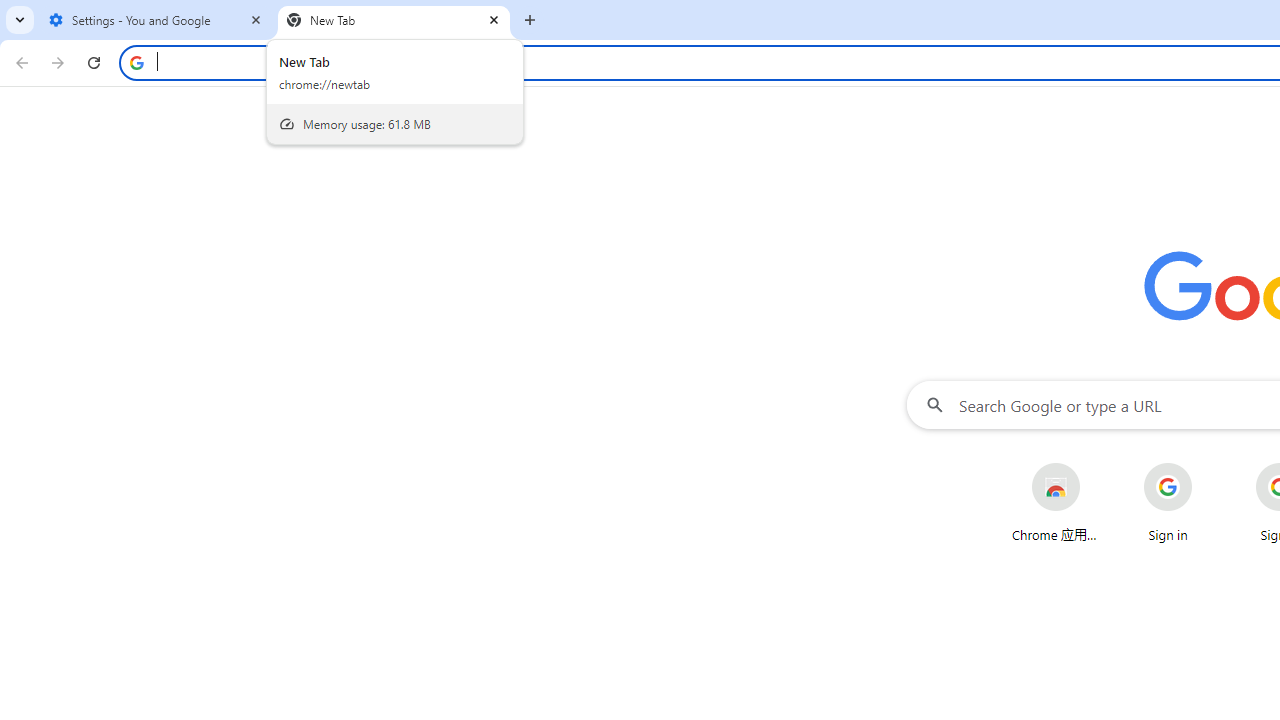 This screenshot has width=1280, height=720. What do you see at coordinates (394, 20) in the screenshot?
I see `'New Tab'` at bounding box center [394, 20].